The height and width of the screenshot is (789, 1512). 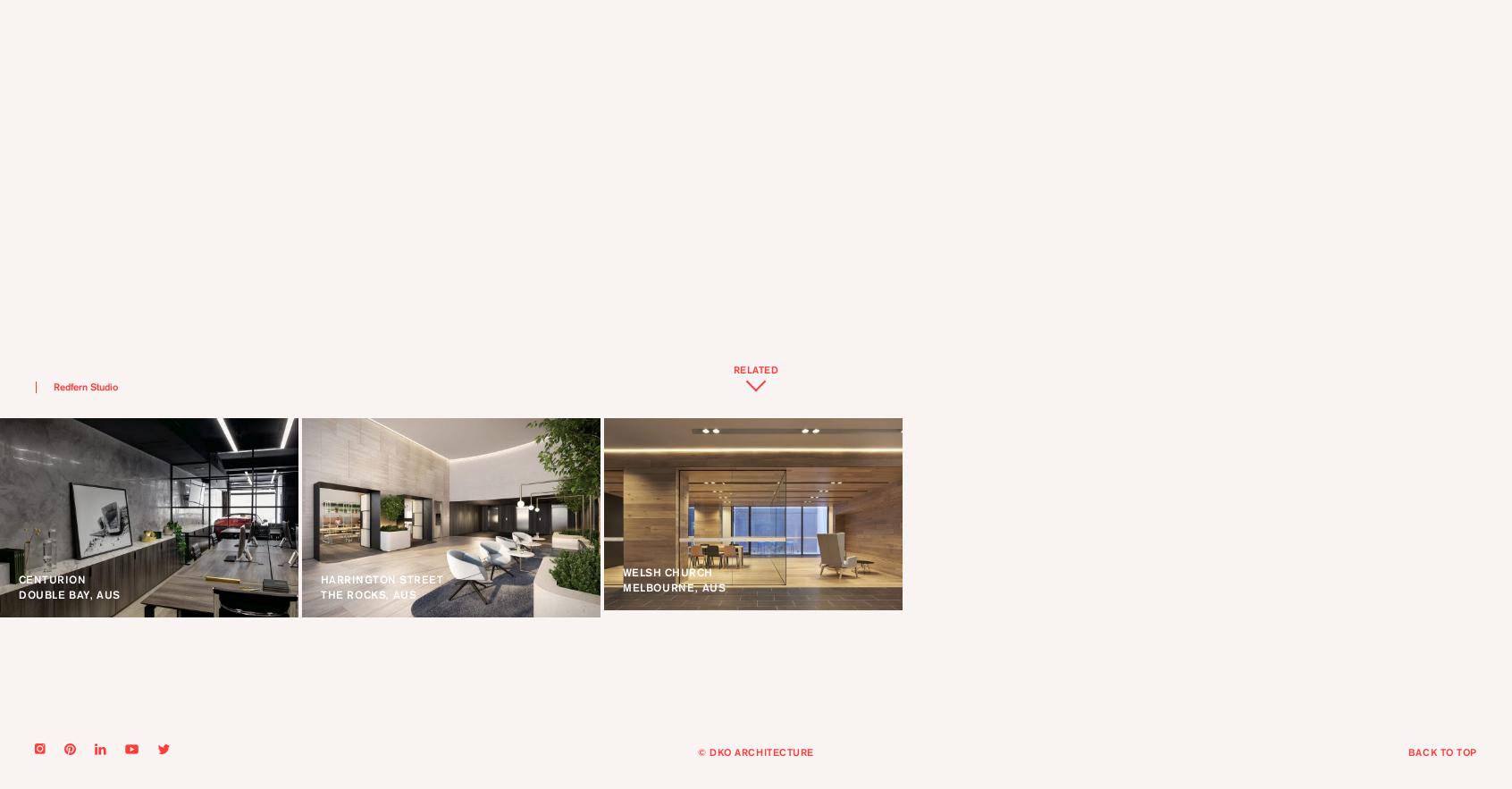 I want to click on 'DOUBLE BAY, AUS', so click(x=17, y=595).